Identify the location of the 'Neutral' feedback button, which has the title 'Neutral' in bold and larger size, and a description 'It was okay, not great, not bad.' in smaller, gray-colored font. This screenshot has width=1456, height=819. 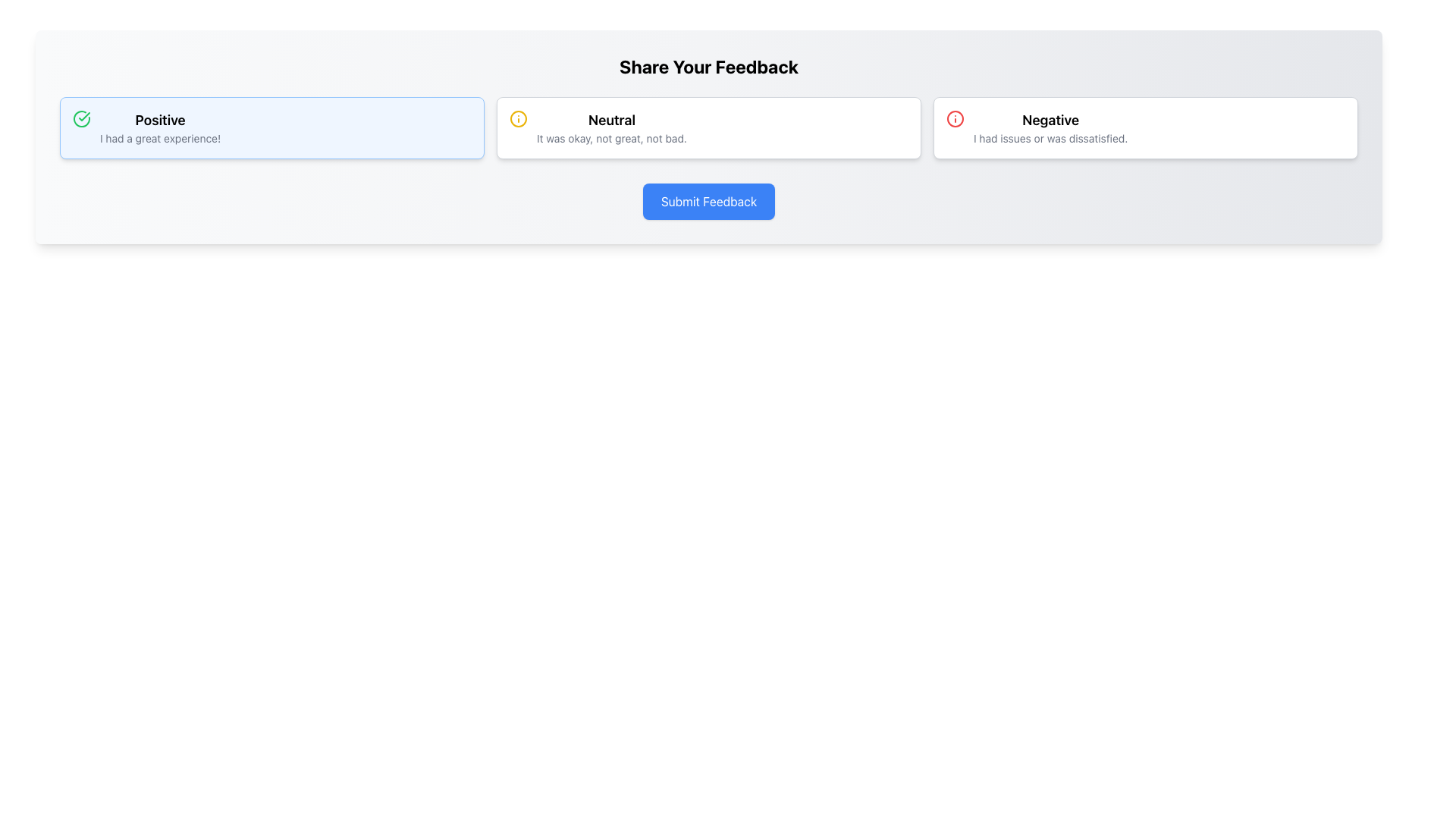
(611, 127).